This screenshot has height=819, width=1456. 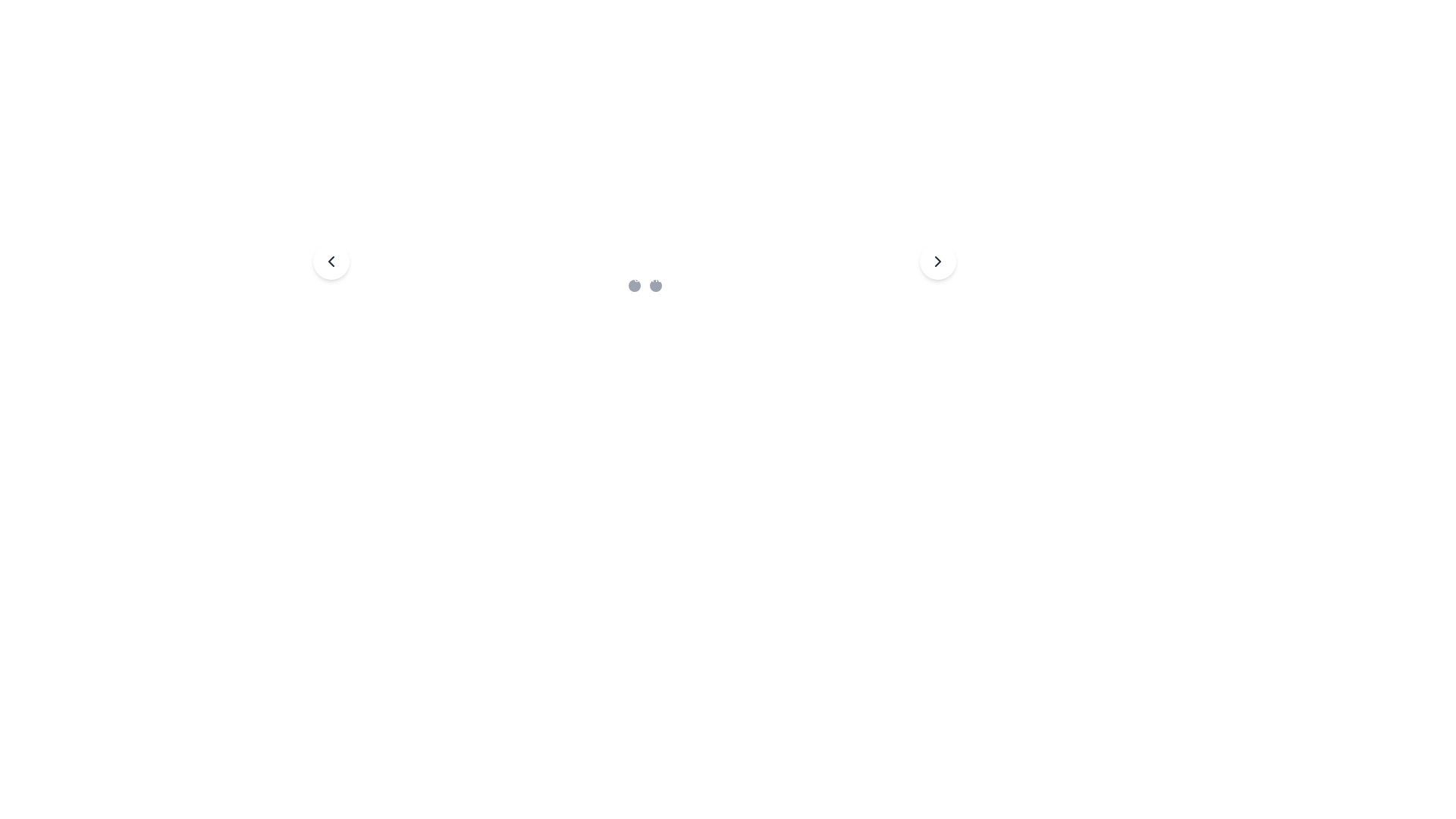 I want to click on the dark gray chevron pointing left icon within its circular white button, so click(x=330, y=260).